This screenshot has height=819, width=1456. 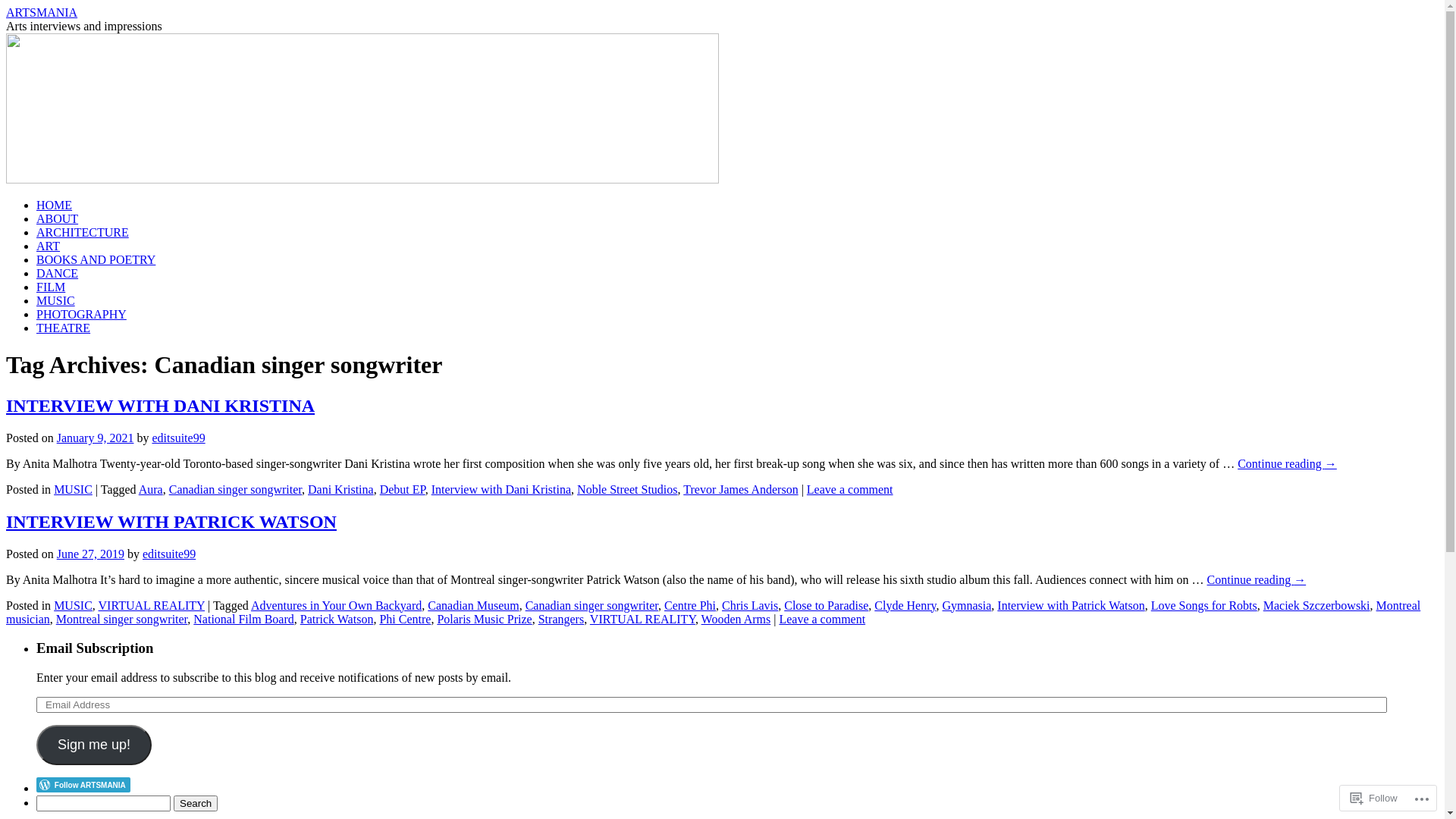 I want to click on 'ART', so click(x=48, y=245).